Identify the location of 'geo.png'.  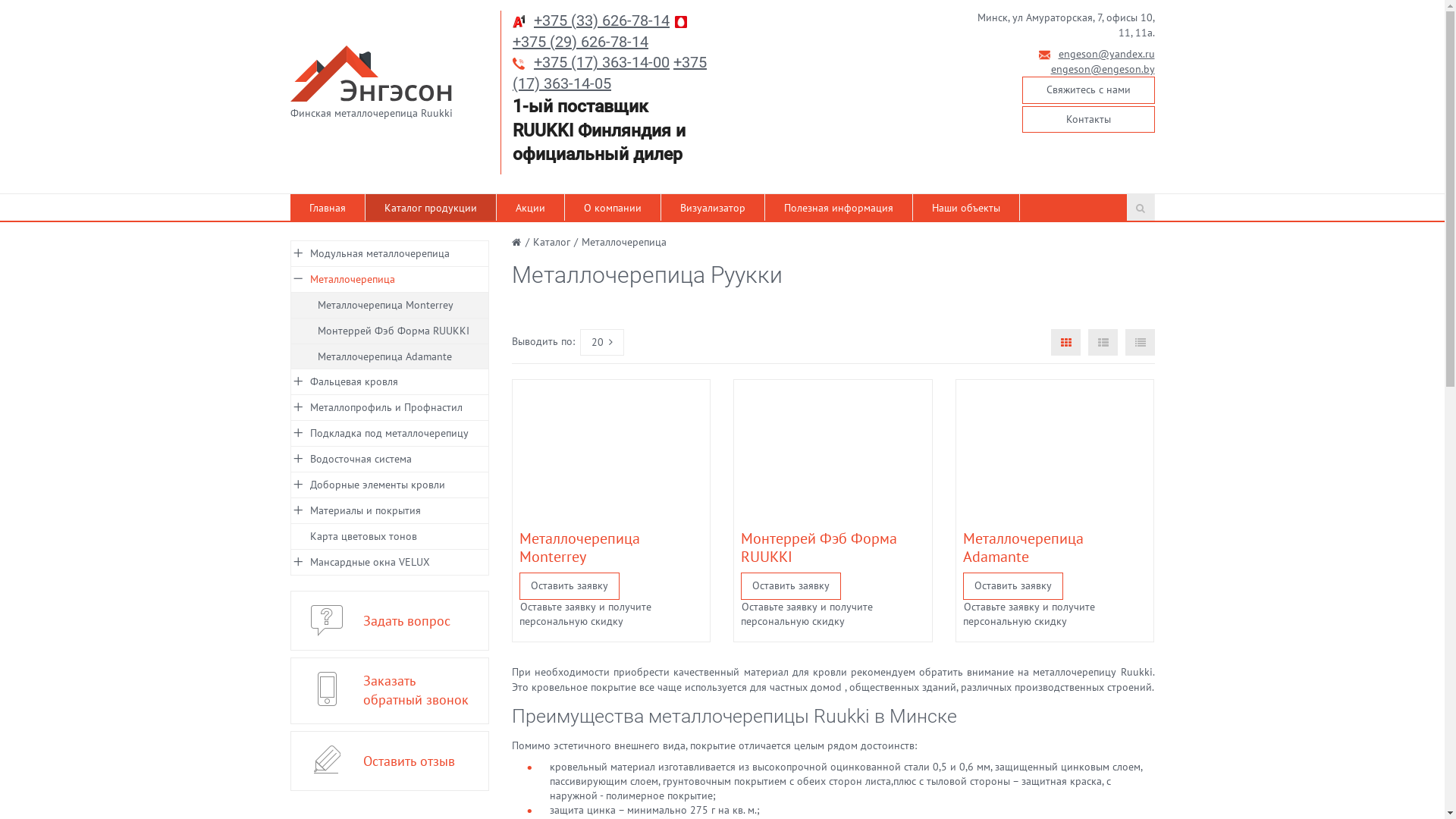
(964, 18).